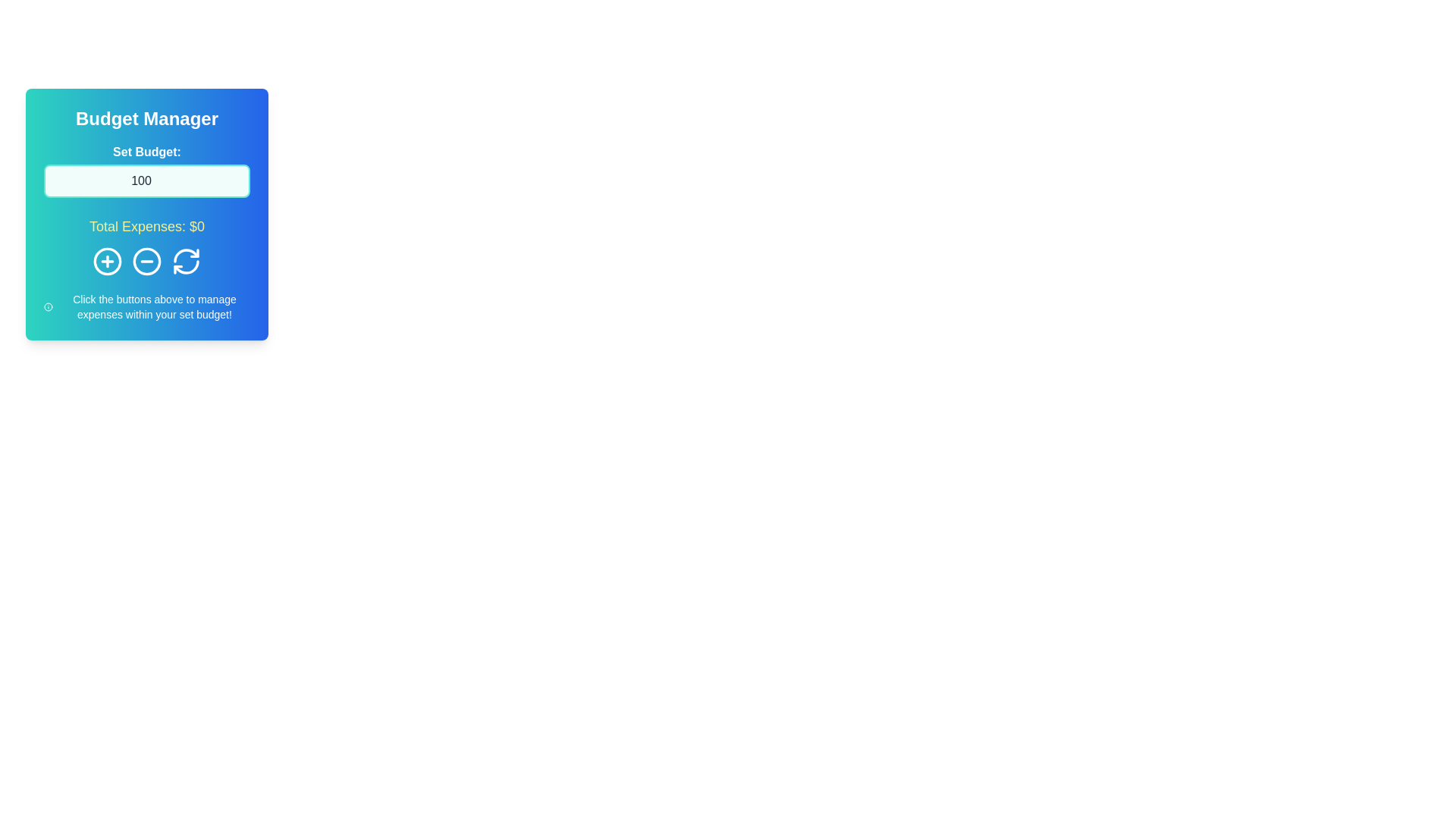  What do you see at coordinates (185, 260) in the screenshot?
I see `the circular refresh icon button featuring two arrows on a blue background` at bounding box center [185, 260].